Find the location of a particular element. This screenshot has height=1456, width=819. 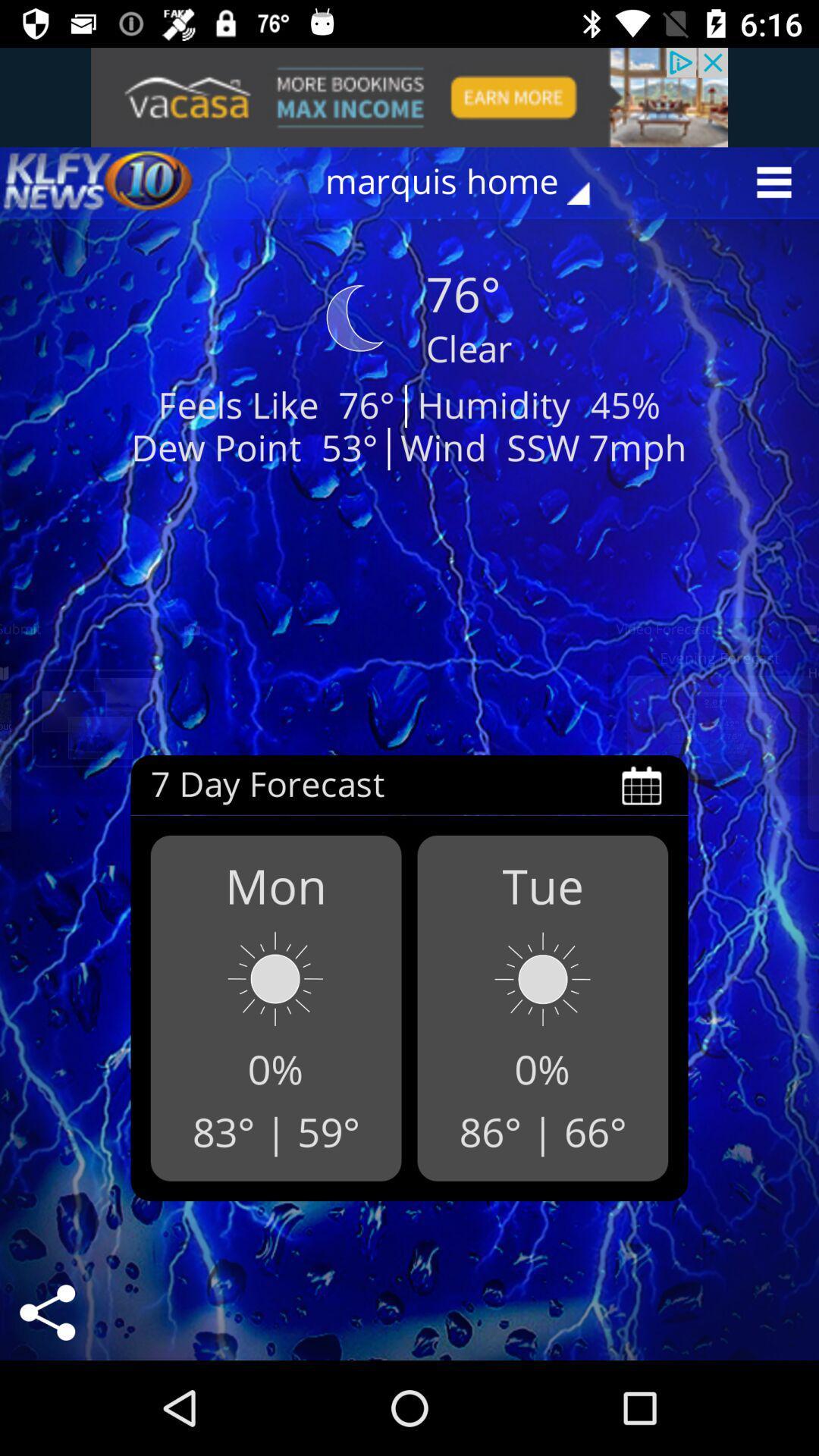

the share icon is located at coordinates (46, 1312).